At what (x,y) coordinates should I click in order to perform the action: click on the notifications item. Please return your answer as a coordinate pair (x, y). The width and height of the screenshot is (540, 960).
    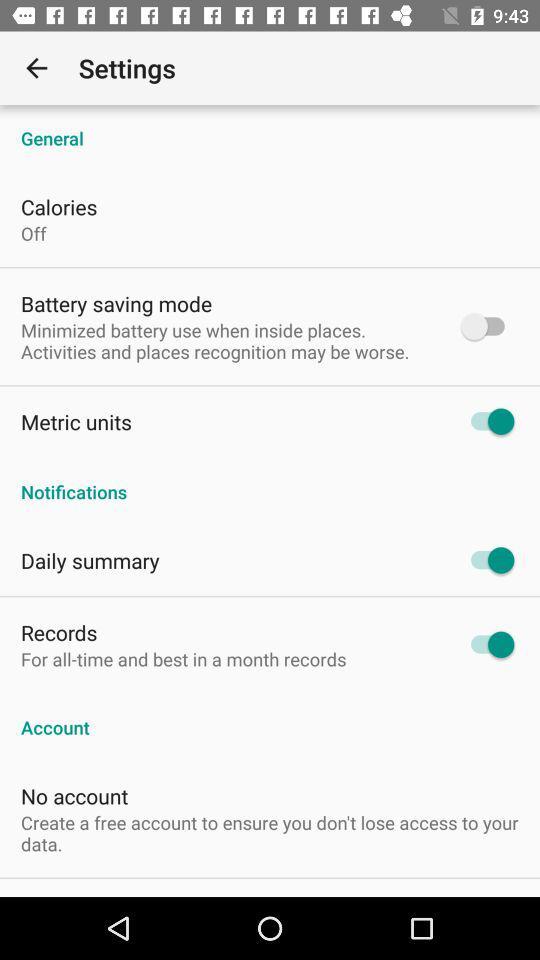
    Looking at the image, I should click on (270, 480).